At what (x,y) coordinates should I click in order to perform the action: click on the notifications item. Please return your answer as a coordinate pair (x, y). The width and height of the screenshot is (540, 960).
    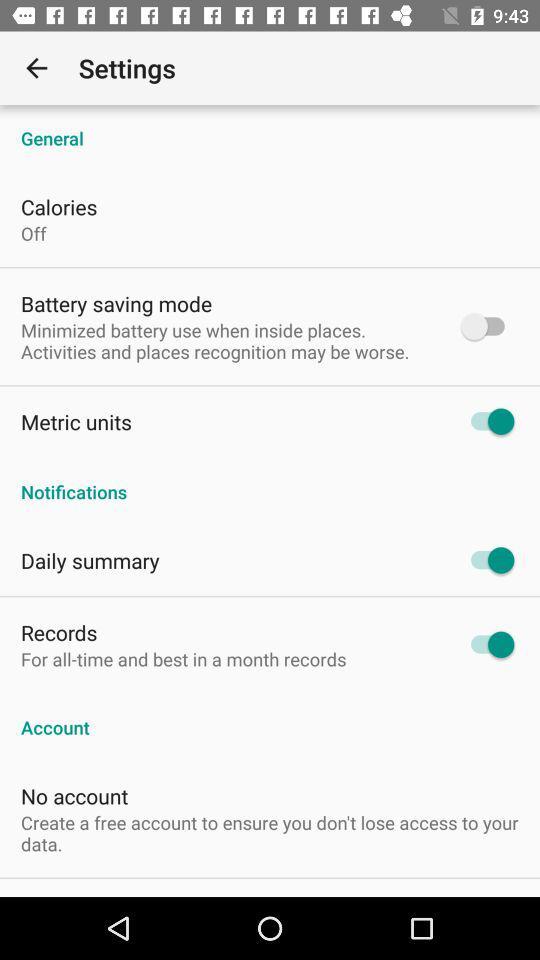
    Looking at the image, I should click on (270, 480).